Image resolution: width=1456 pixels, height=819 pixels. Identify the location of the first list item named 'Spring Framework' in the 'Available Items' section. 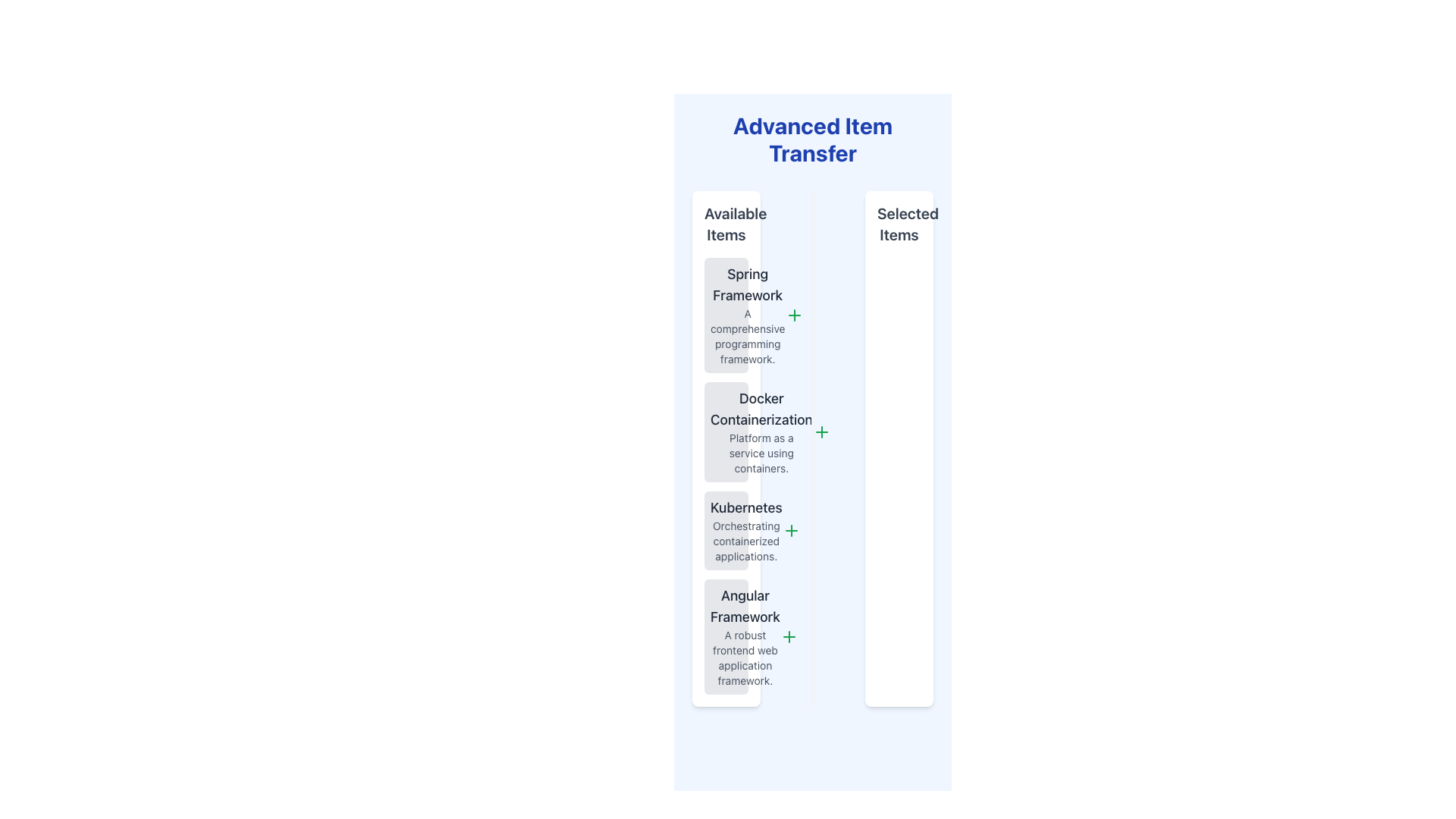
(726, 315).